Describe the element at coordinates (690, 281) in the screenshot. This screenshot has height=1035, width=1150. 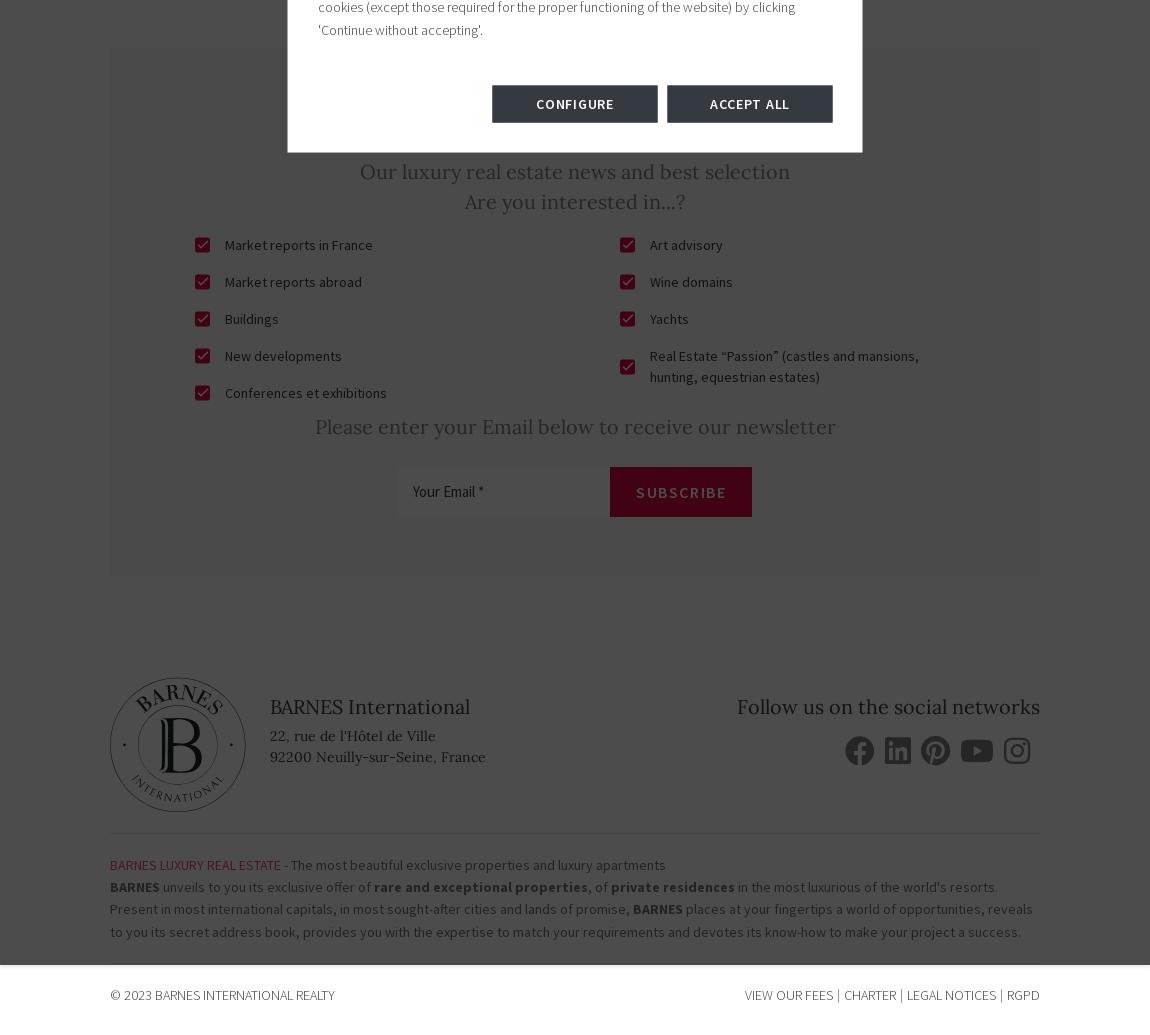
I see `'Wine domains'` at that location.